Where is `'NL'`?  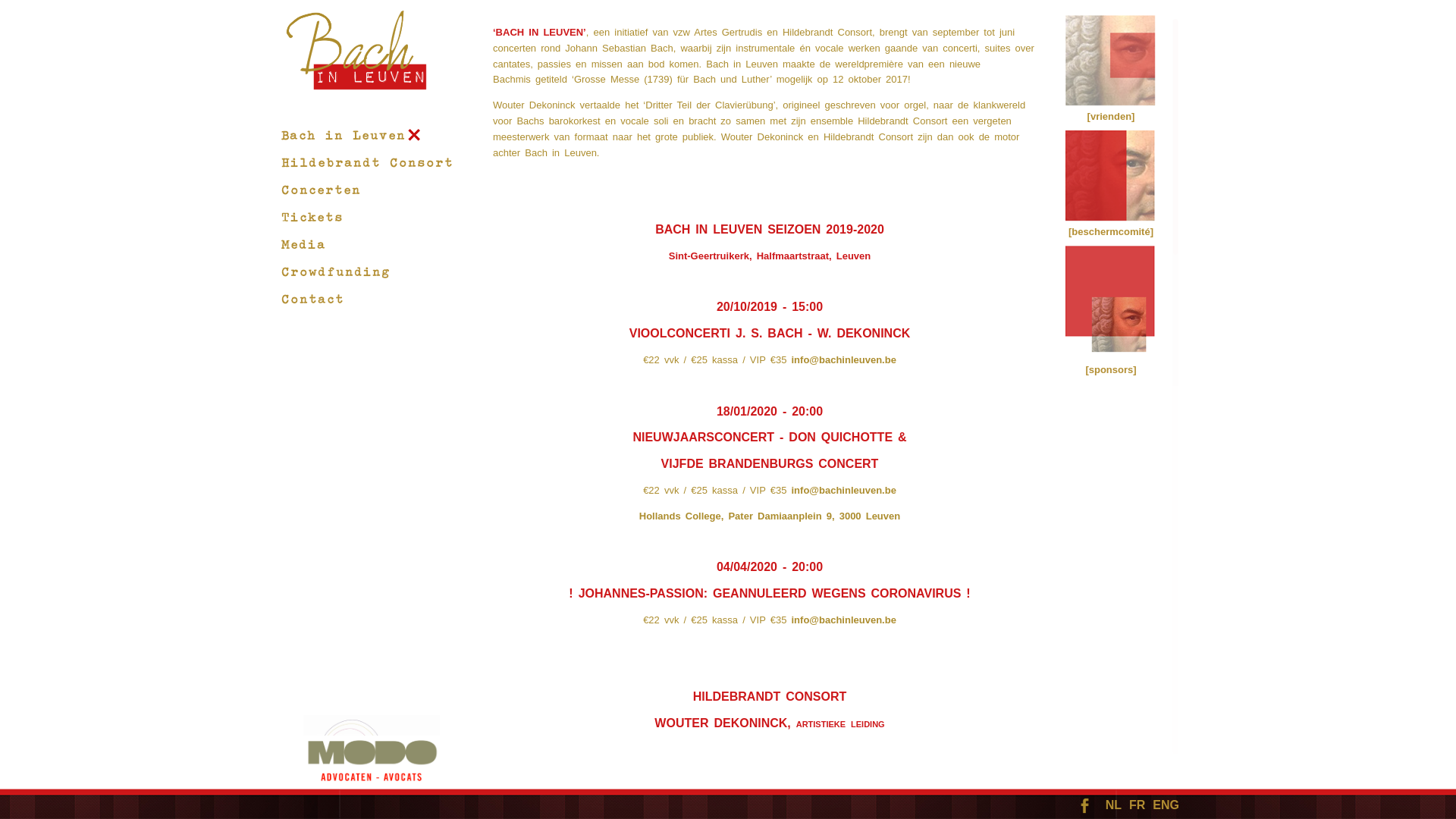
'NL' is located at coordinates (1109, 804).